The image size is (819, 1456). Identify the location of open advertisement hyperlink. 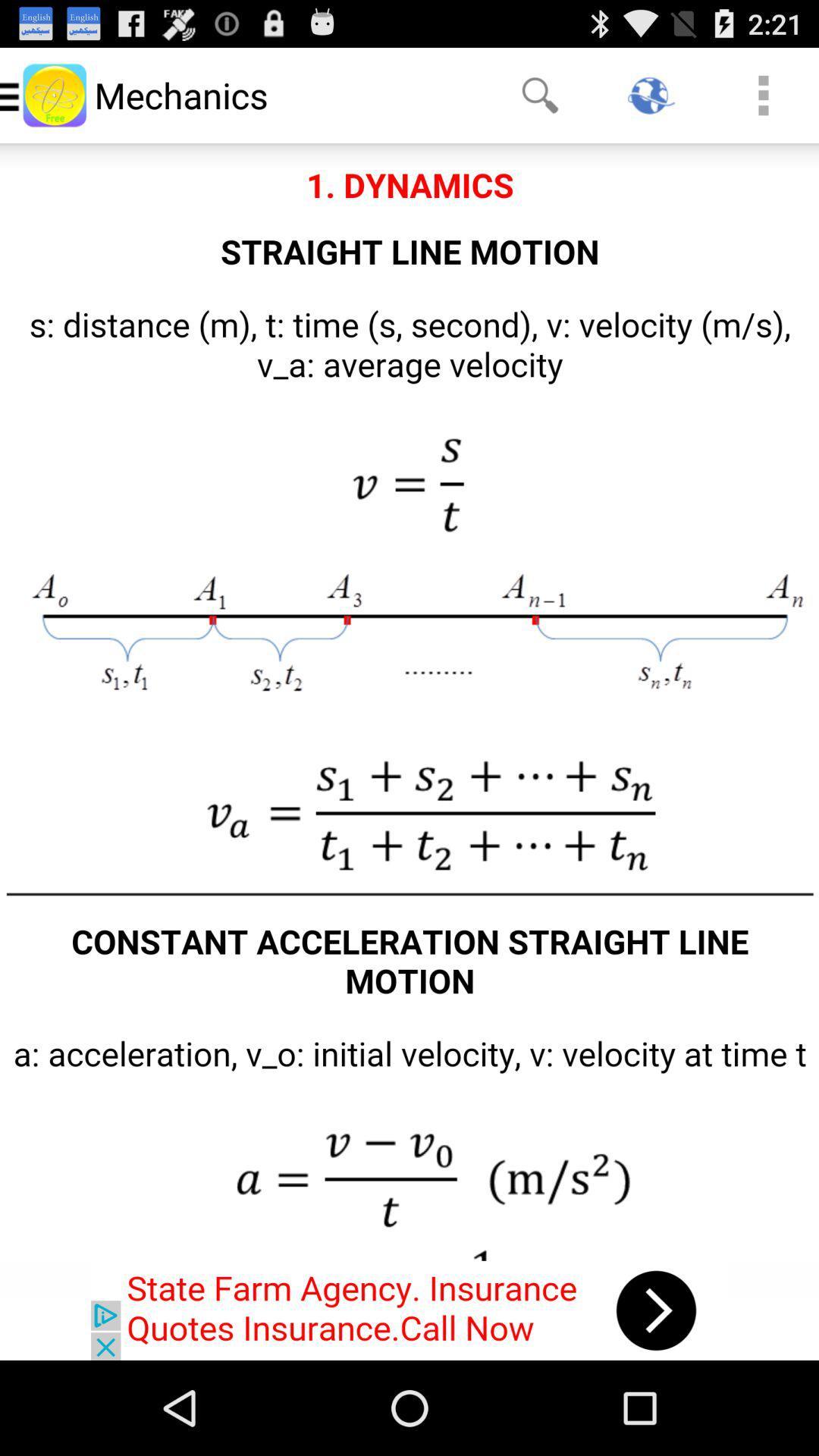
(409, 1310).